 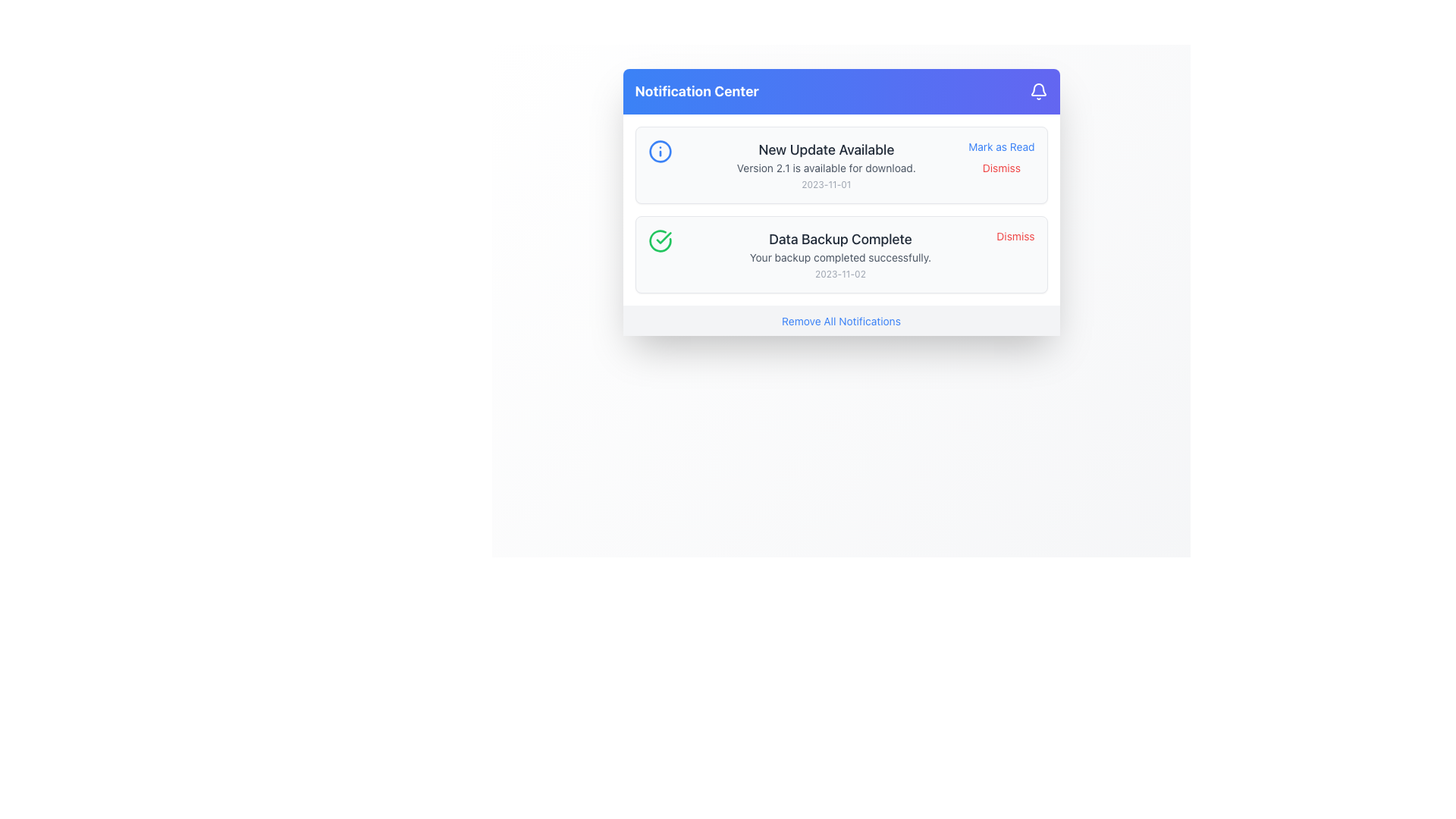 What do you see at coordinates (1001, 146) in the screenshot?
I see `the interactive link that marks the 'New Update Available' notification as read` at bounding box center [1001, 146].